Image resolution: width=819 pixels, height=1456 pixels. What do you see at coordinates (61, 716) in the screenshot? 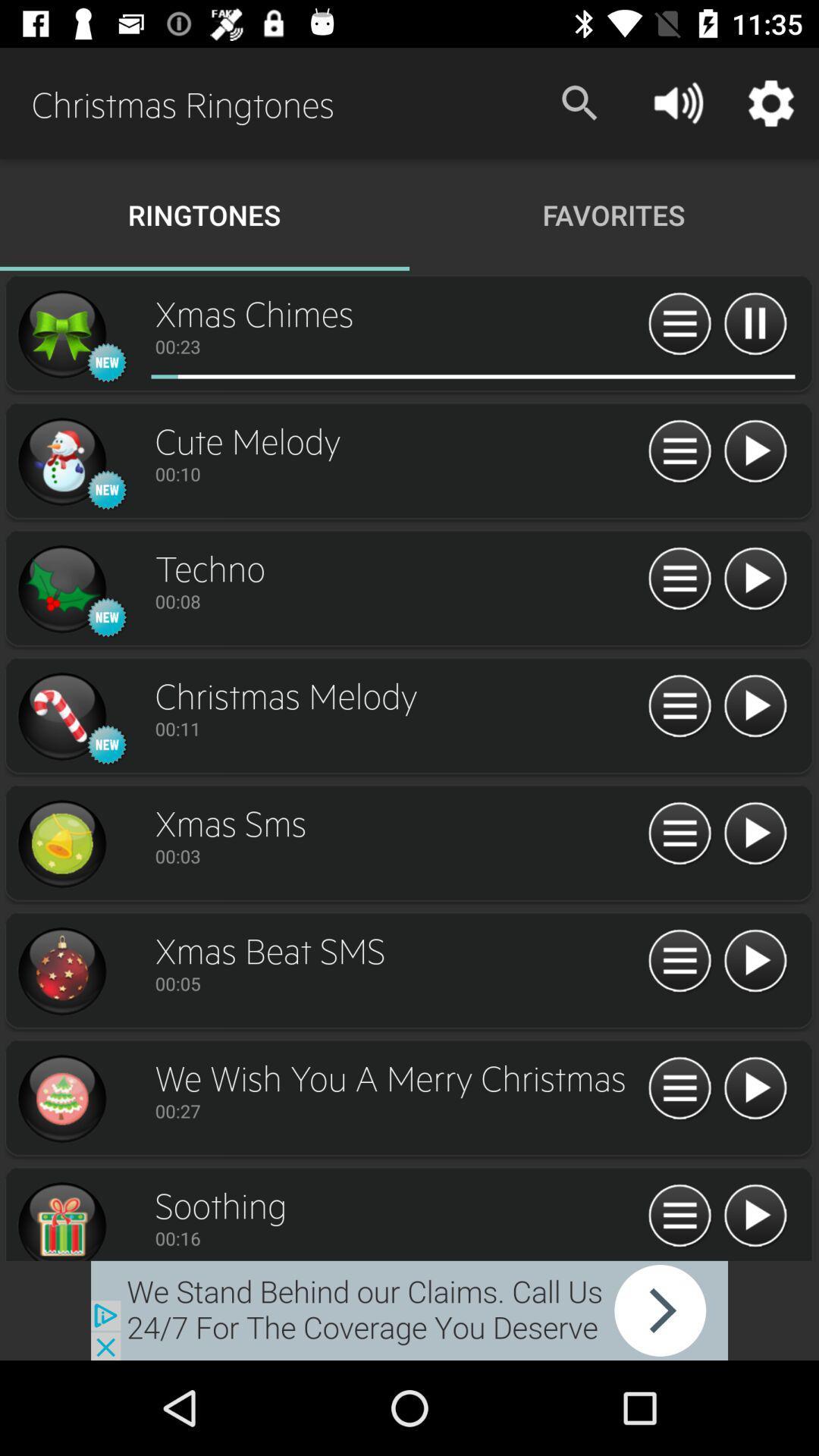
I see `open profile` at bounding box center [61, 716].